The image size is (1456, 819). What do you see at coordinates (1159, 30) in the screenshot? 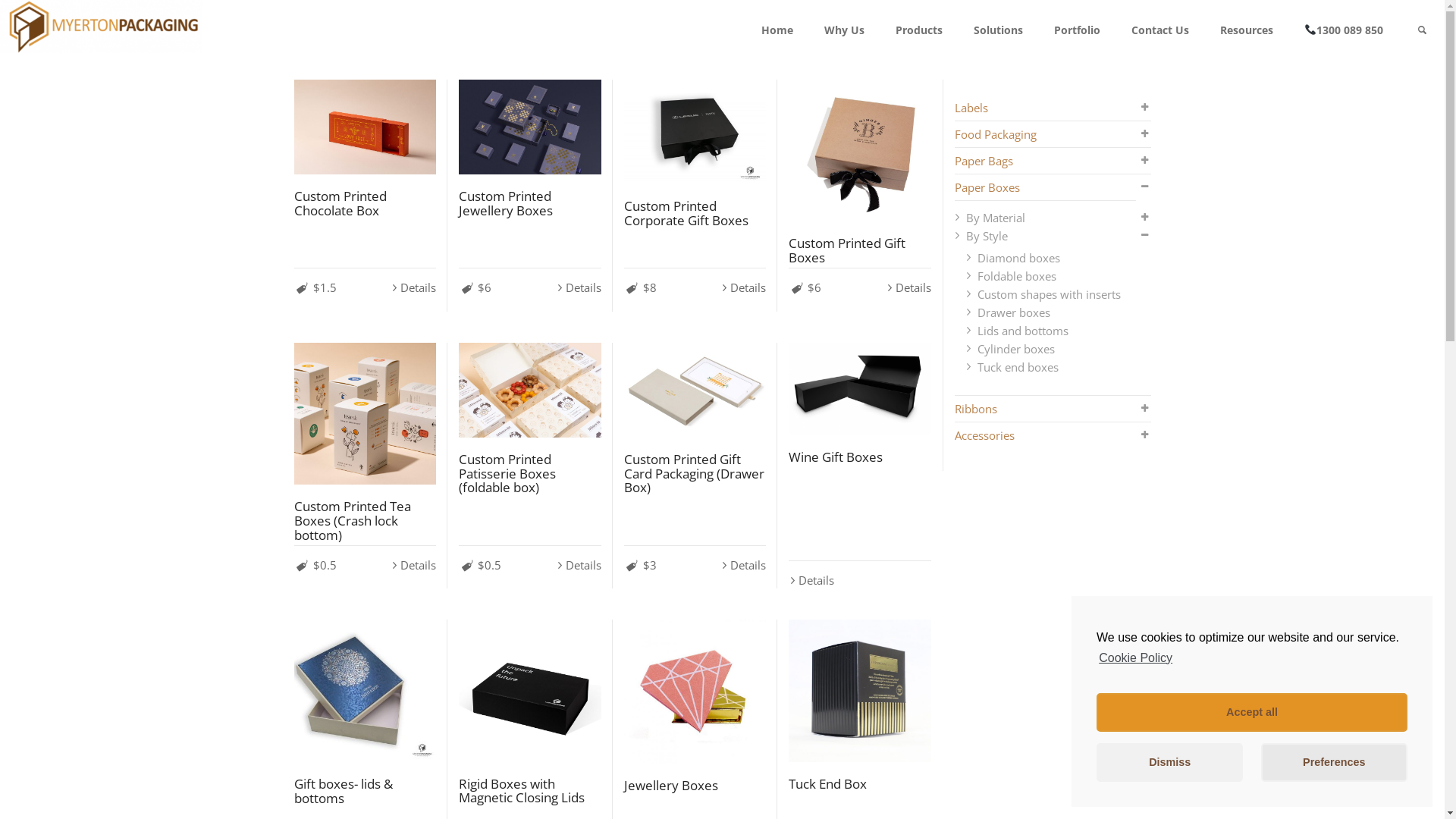
I see `'Contact Us'` at bounding box center [1159, 30].